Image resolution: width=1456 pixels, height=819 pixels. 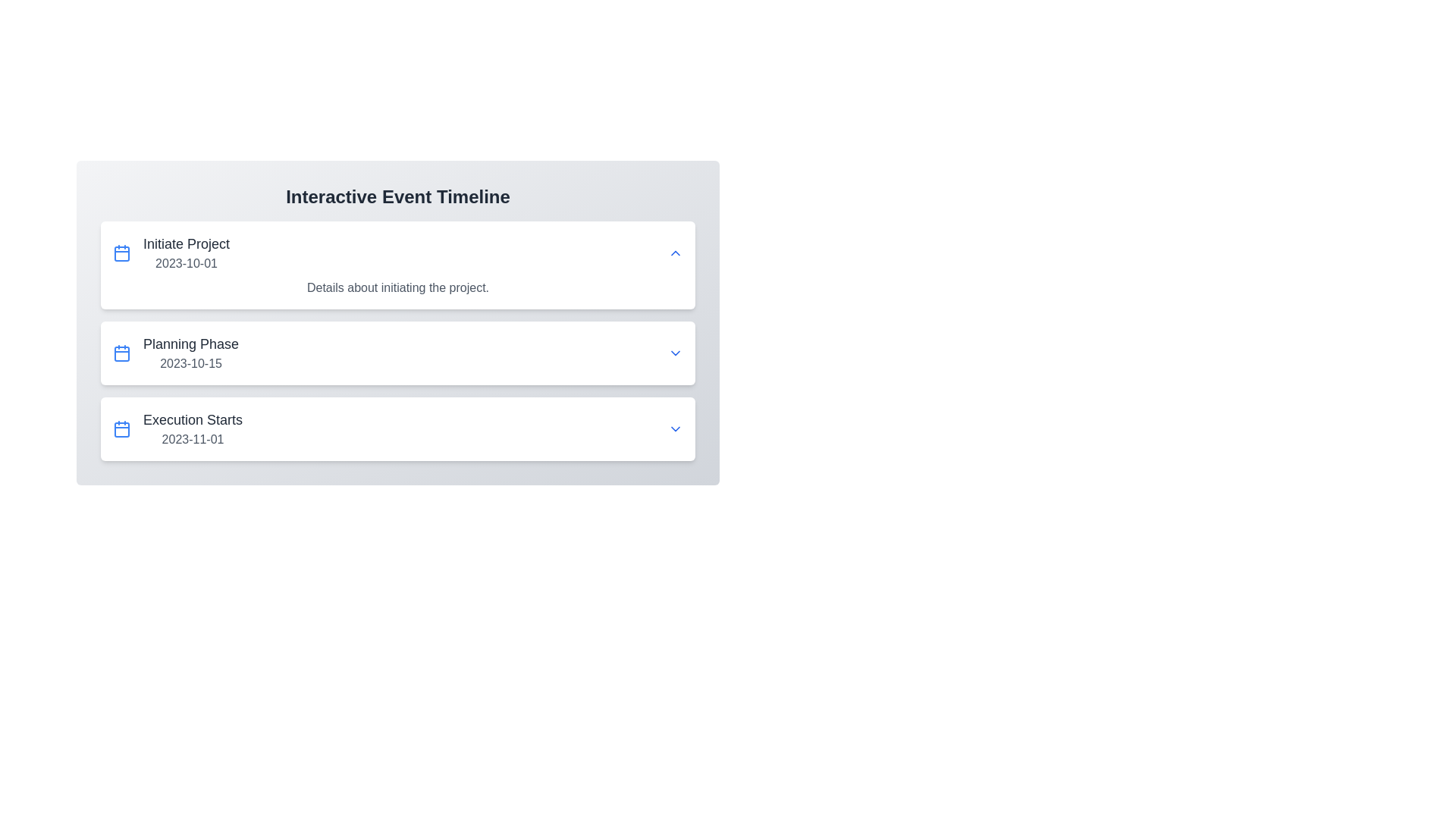 I want to click on the interactive icon on the far right of the 'Initiate Project 2023-10-01' section, so click(x=675, y=253).